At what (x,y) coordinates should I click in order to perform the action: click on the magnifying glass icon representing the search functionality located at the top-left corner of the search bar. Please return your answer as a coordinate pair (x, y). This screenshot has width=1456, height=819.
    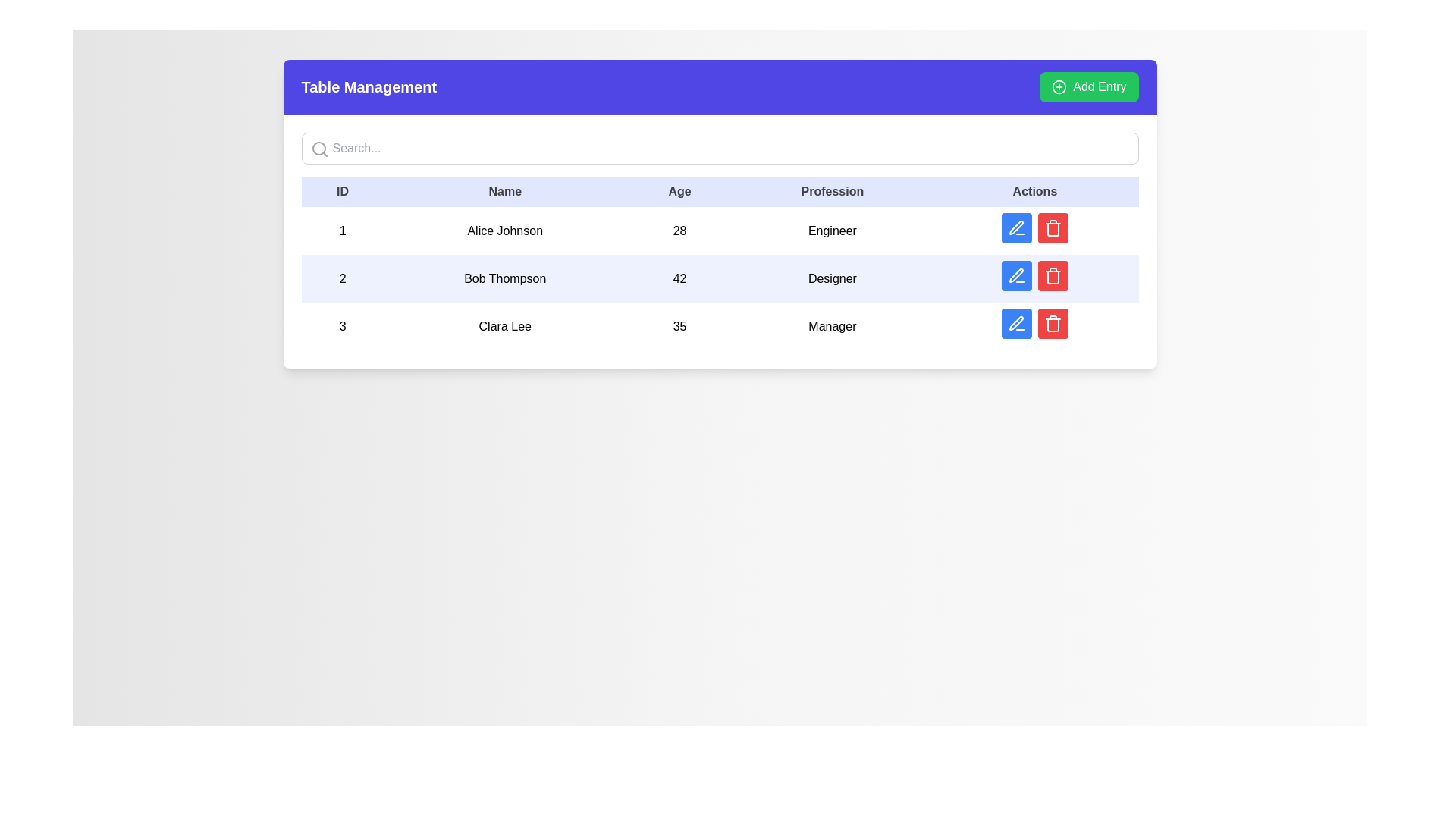
    Looking at the image, I should click on (318, 149).